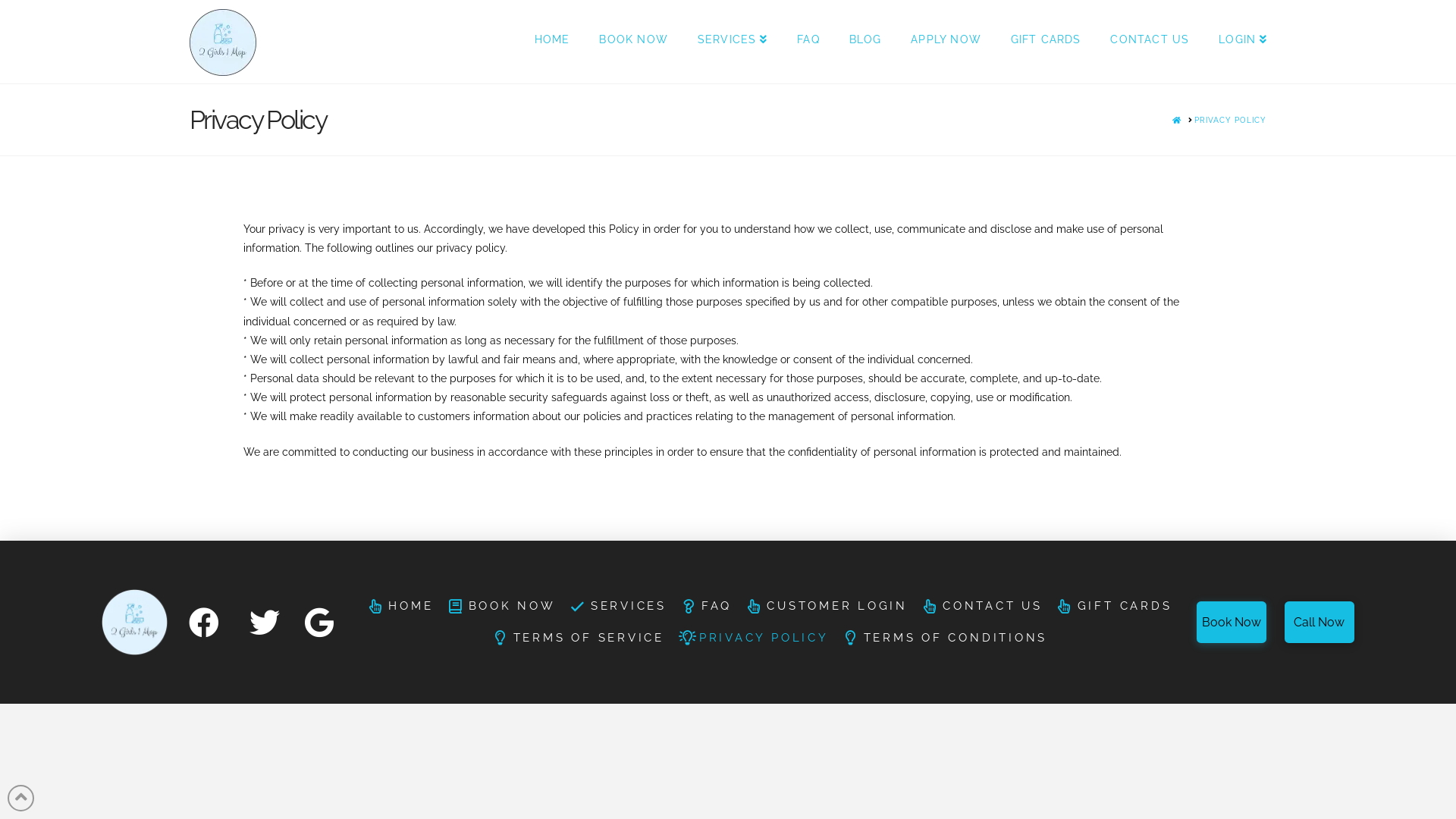  Describe the element at coordinates (1235, 40) in the screenshot. I see `'LOGIN'` at that location.